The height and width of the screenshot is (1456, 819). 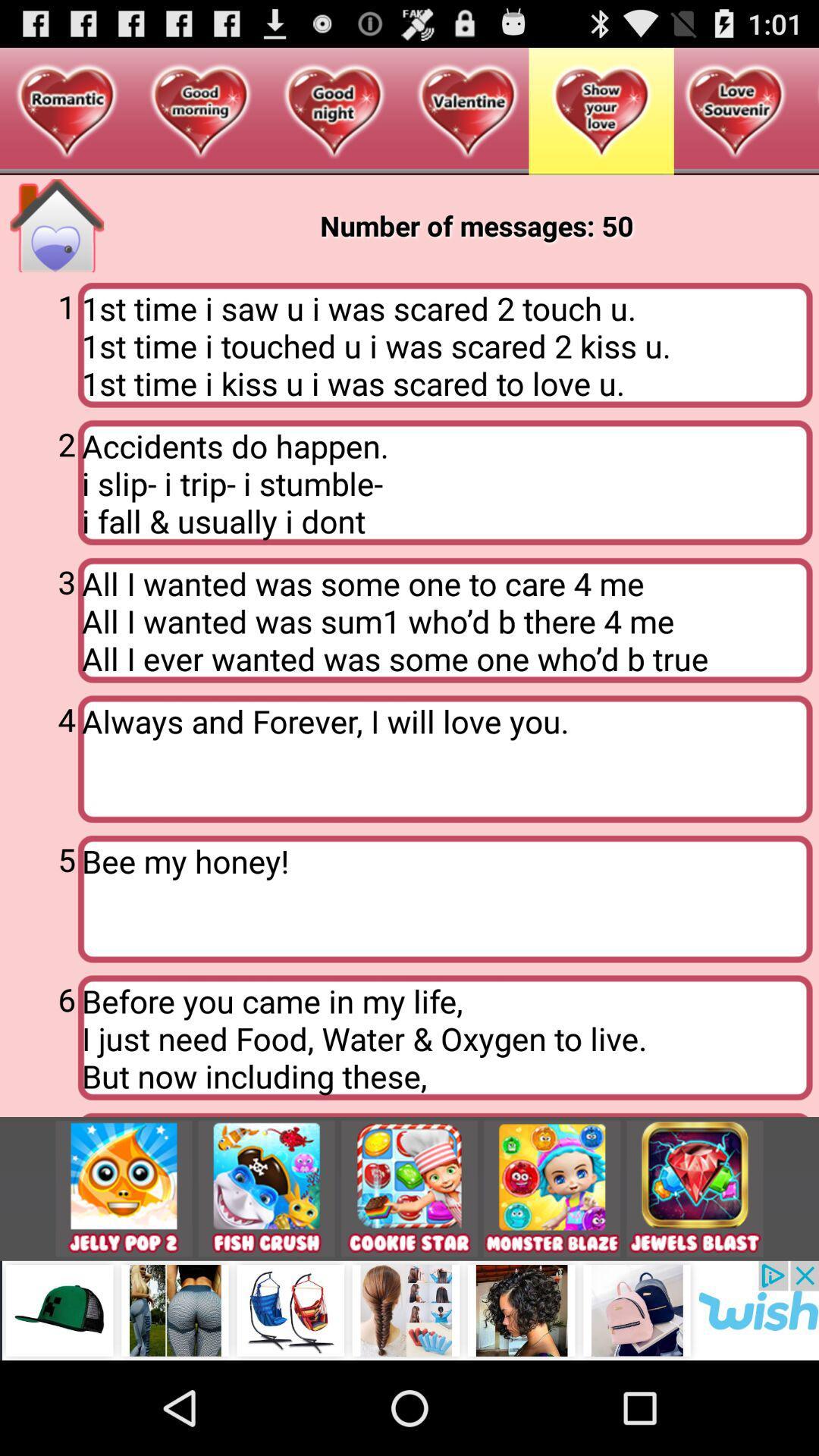 I want to click on jewels blast, so click(x=695, y=1188).